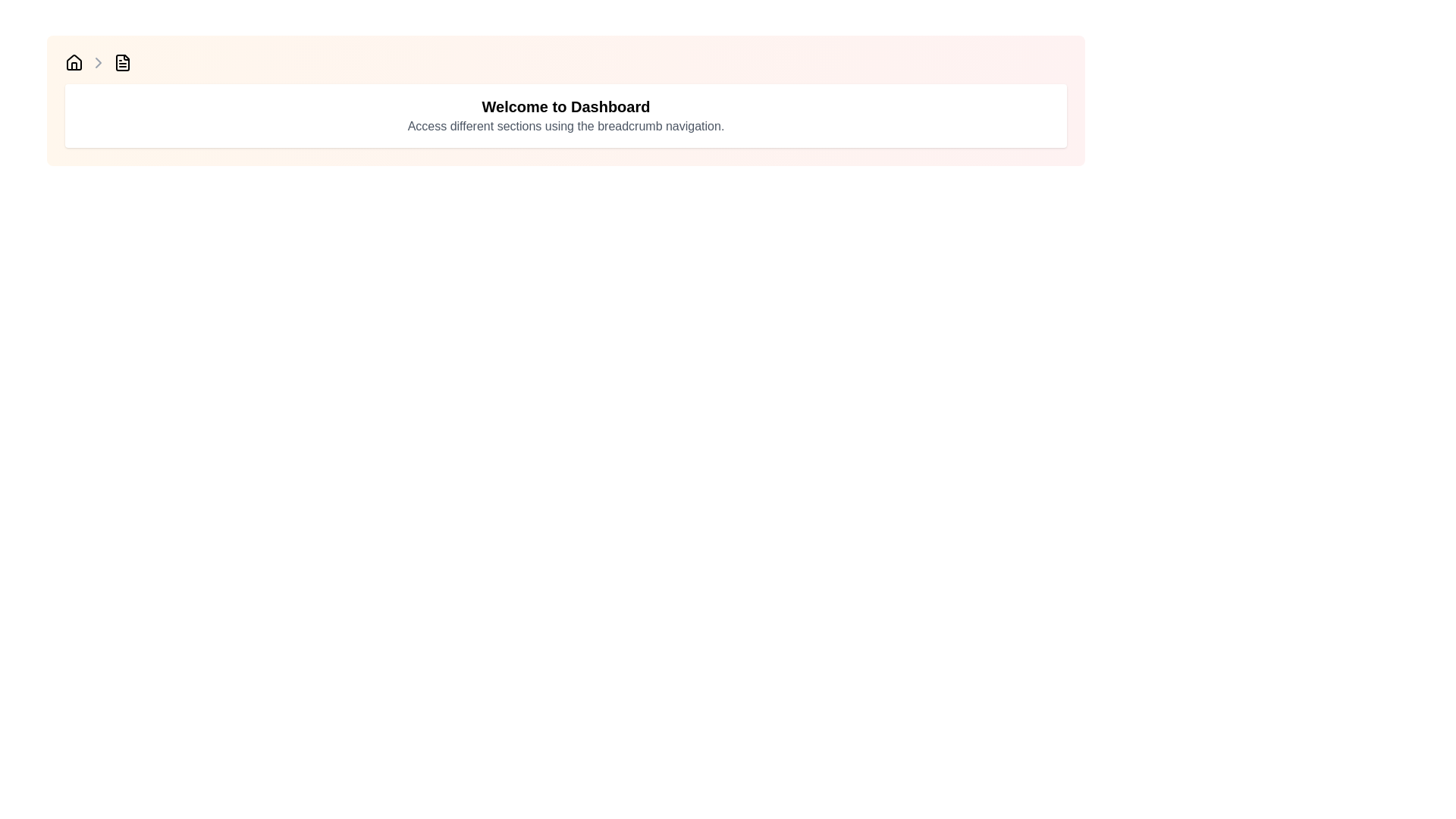 The image size is (1456, 819). Describe the element at coordinates (565, 125) in the screenshot. I see `the informative text element that provides guidance about breadcrumb navigation, which is positioned beneath the 'Welcome to Dashboard' text` at that location.